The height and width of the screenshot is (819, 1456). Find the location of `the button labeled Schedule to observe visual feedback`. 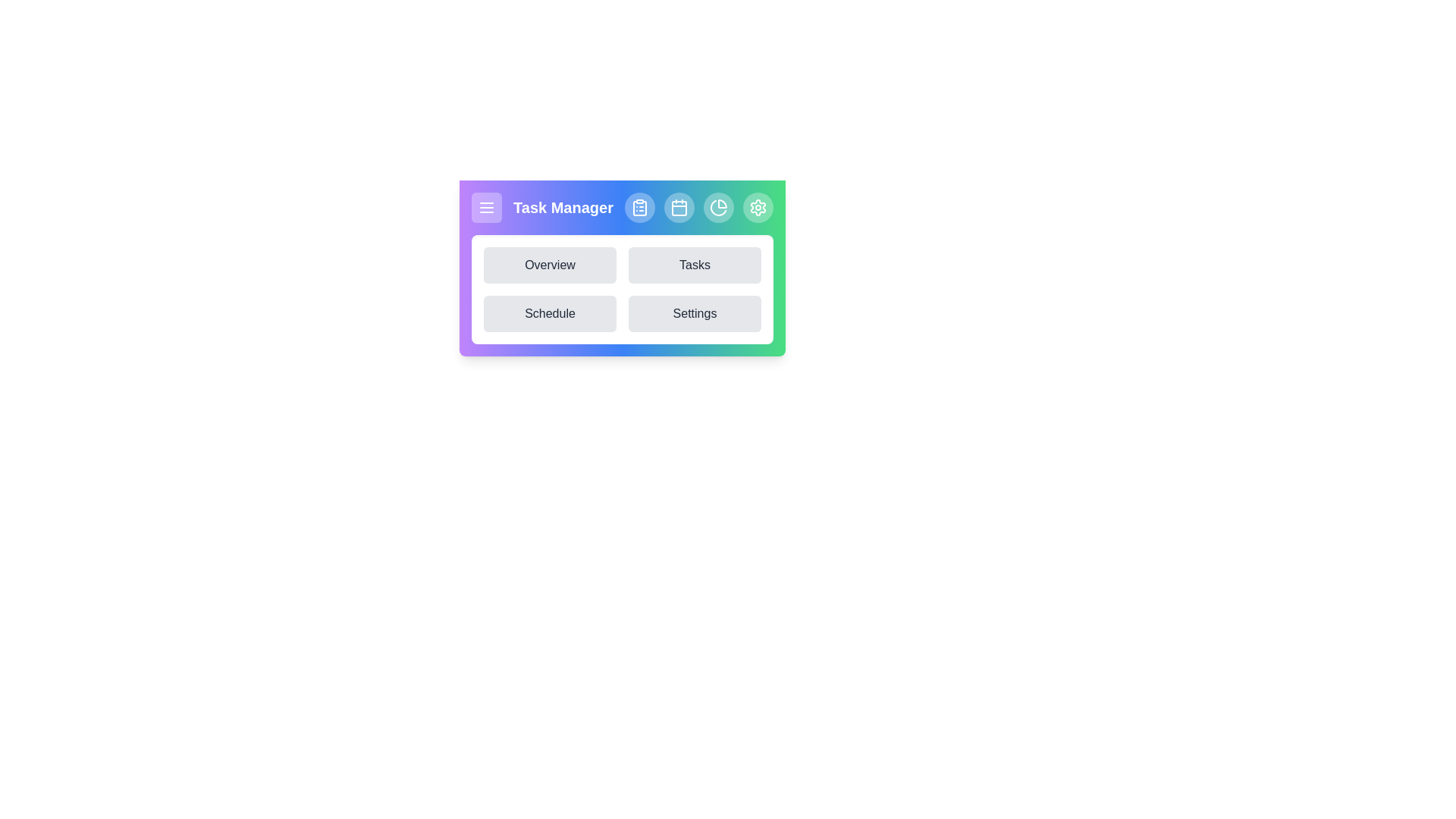

the button labeled Schedule to observe visual feedback is located at coordinates (549, 312).